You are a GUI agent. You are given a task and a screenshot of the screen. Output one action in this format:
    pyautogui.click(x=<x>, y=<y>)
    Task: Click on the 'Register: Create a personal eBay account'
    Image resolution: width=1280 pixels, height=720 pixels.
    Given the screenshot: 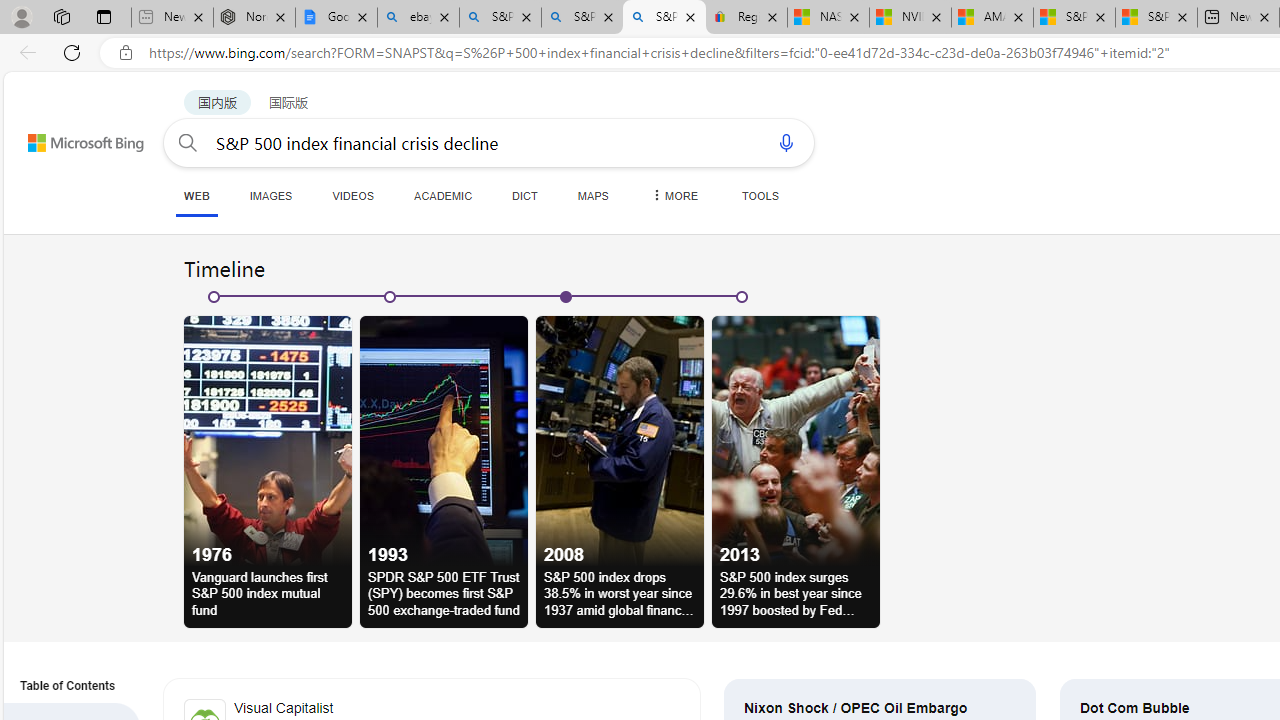 What is the action you would take?
    pyautogui.click(x=745, y=17)
    